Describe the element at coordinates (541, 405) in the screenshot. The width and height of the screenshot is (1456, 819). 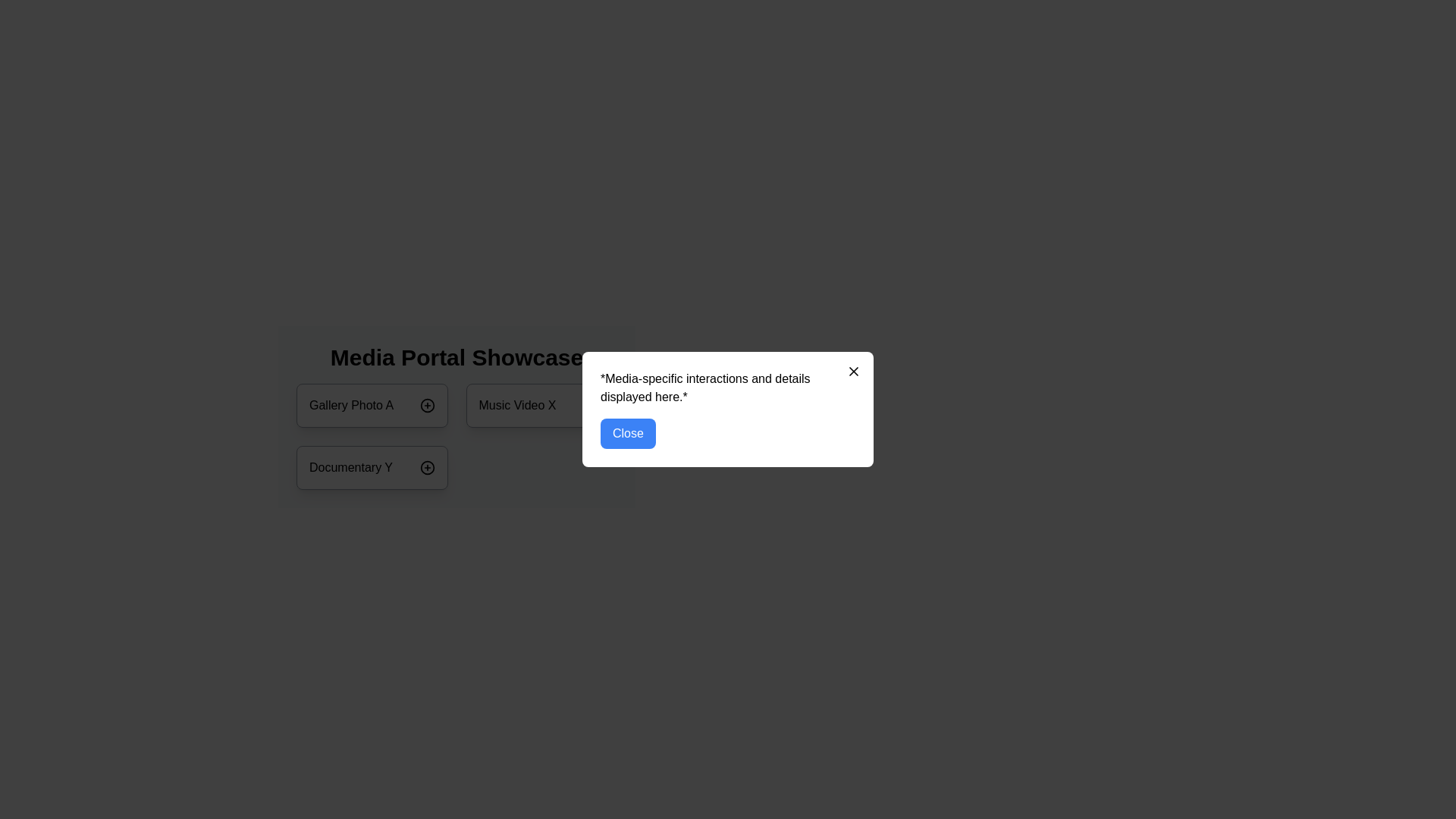
I see `the 'Music Video X' button` at that location.